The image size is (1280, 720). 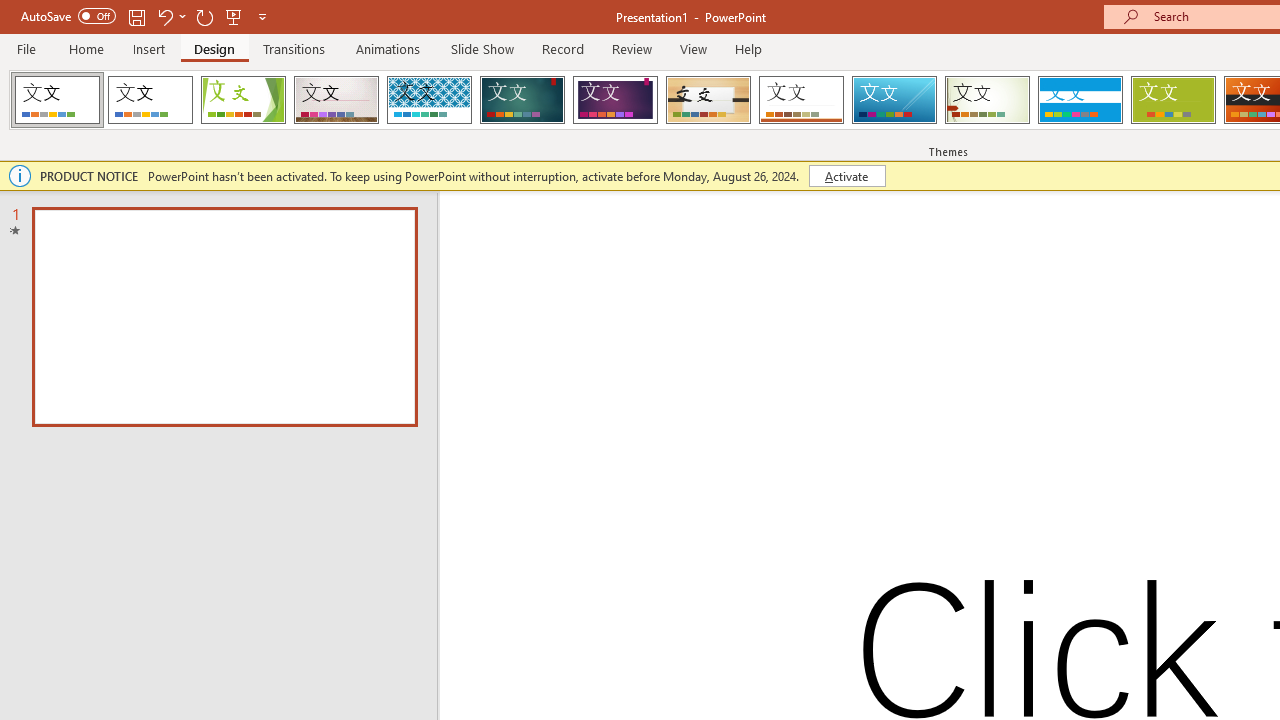 What do you see at coordinates (149, 100) in the screenshot?
I see `'Office Theme'` at bounding box center [149, 100].